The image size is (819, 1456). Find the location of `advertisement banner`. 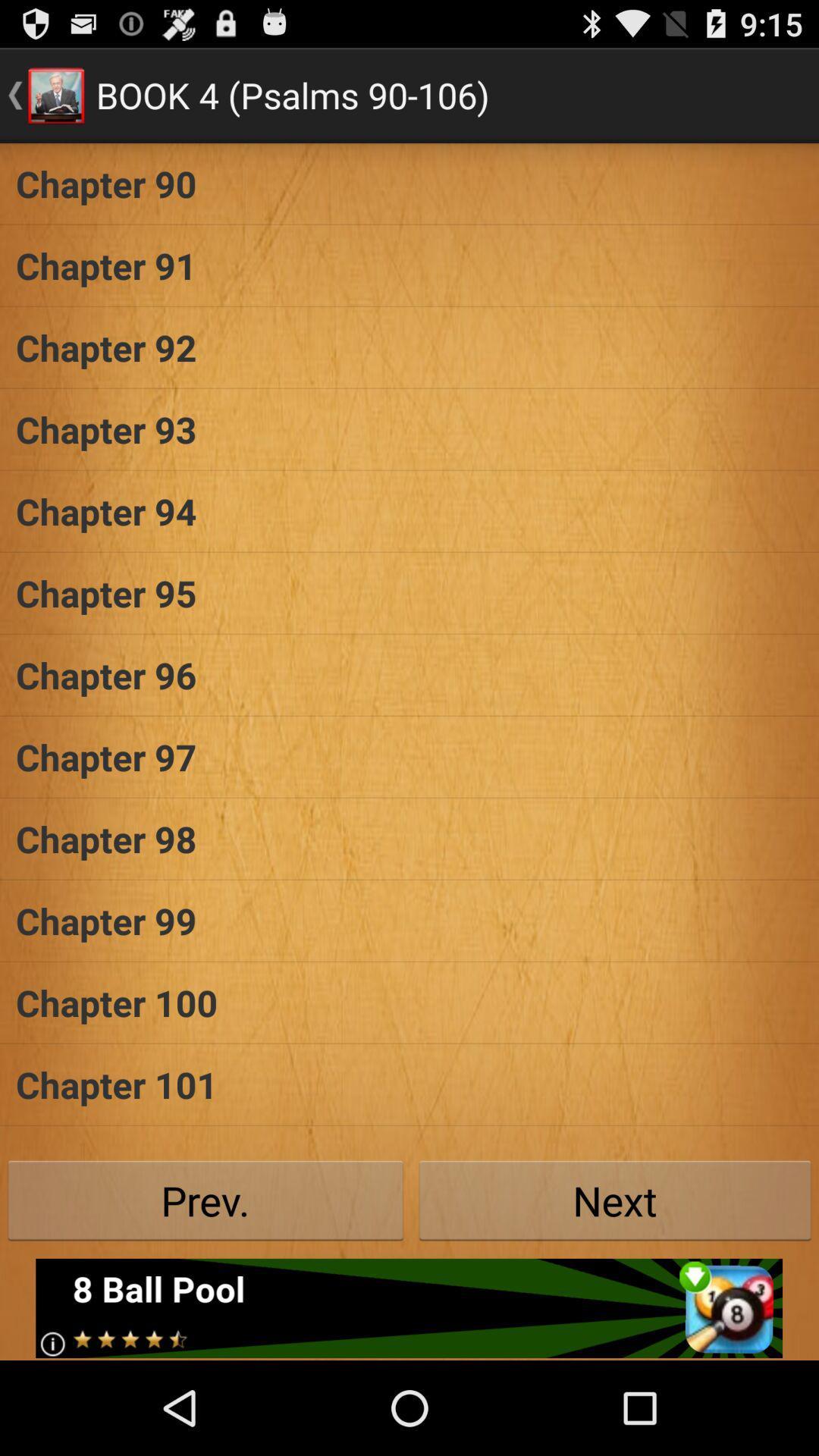

advertisement banner is located at coordinates (408, 1307).